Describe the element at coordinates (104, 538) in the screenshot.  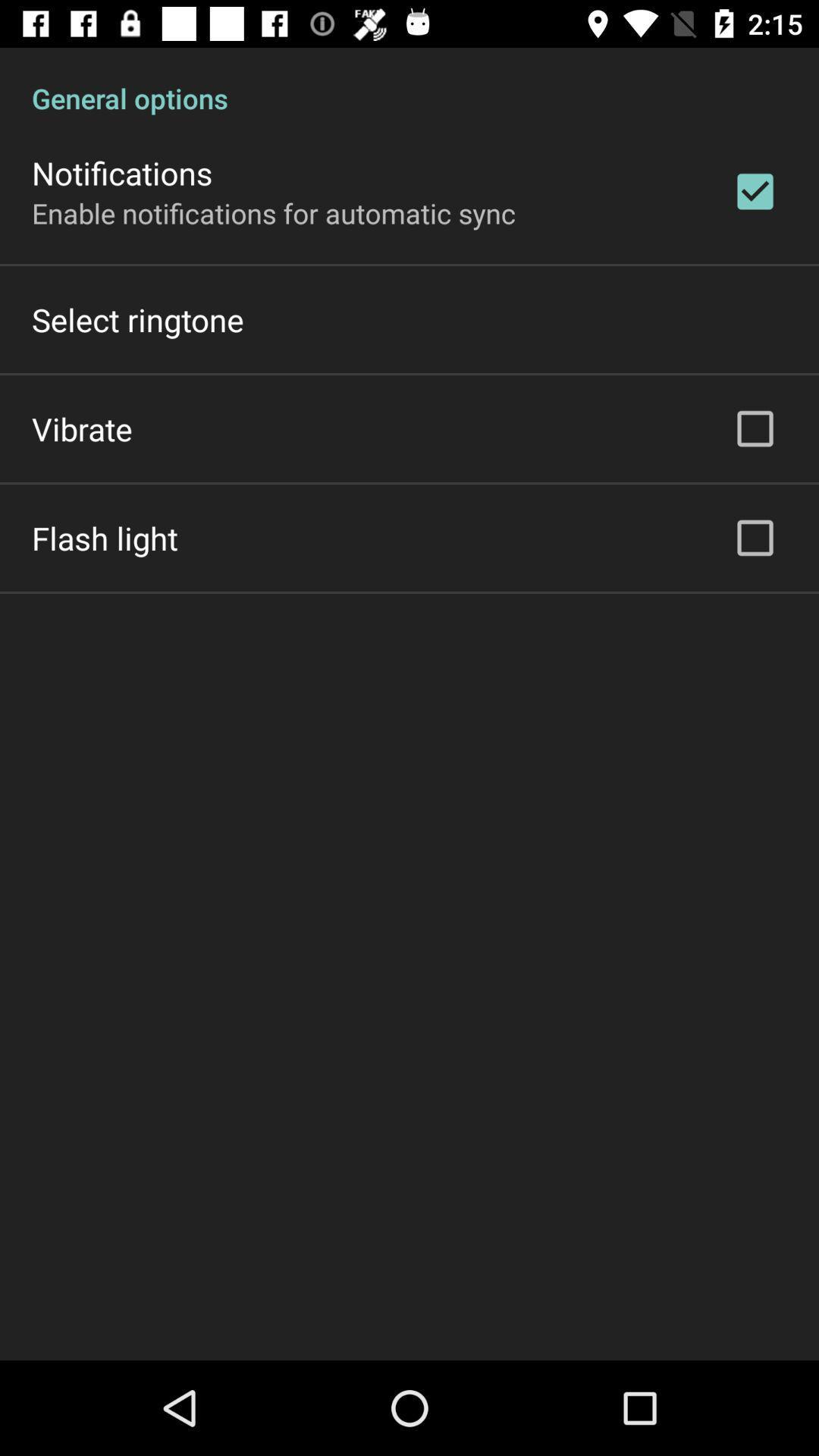
I see `the item on the left` at that location.